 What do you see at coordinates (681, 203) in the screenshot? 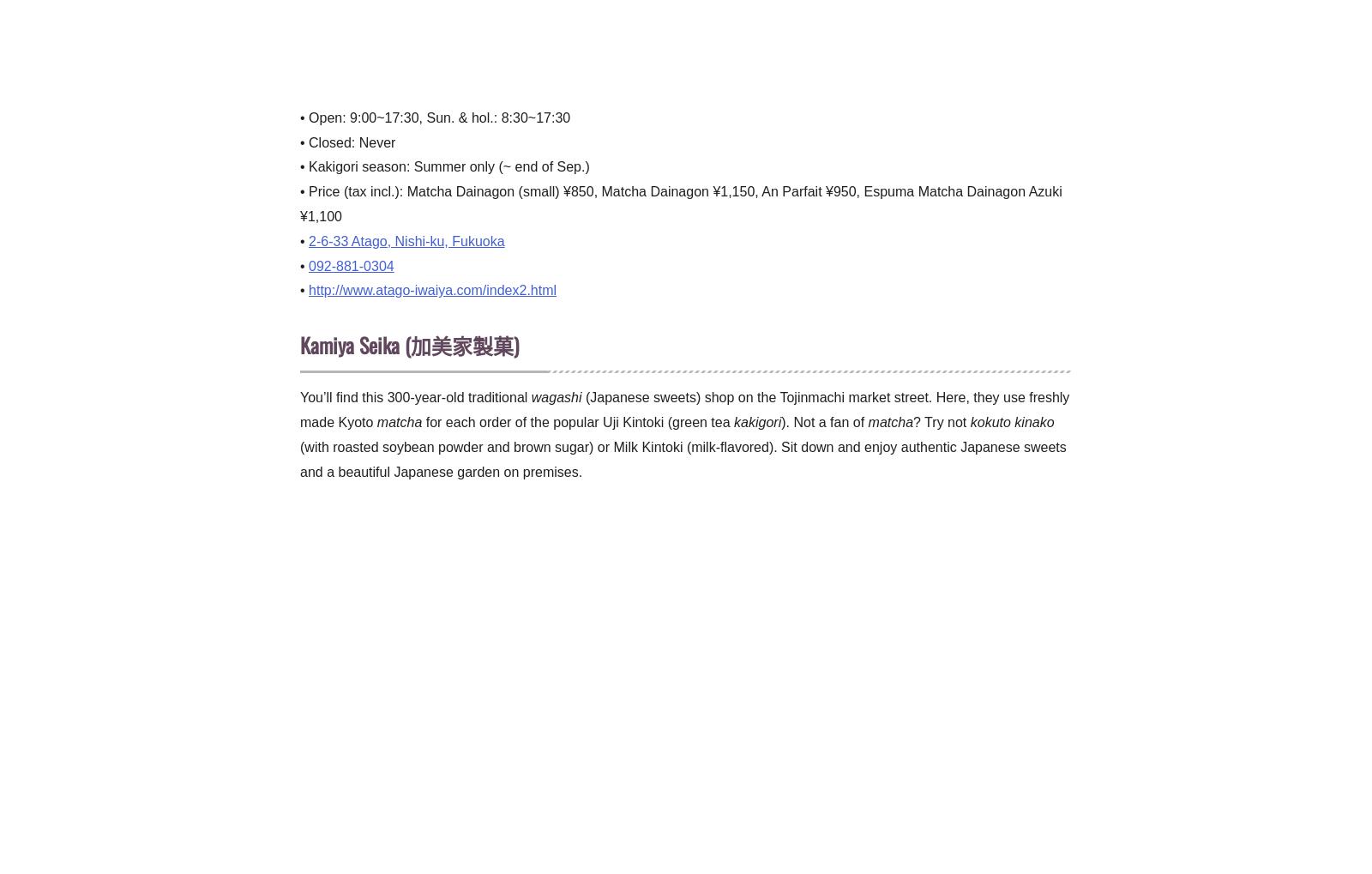
I see `'• Price (tax incl.): Matcha Dainagon (small) ¥850, Matcha Dainagon ¥1,150, An Parfait ¥950, Espuma Matcha Dainagon Azuki ¥1,100'` at bounding box center [681, 203].